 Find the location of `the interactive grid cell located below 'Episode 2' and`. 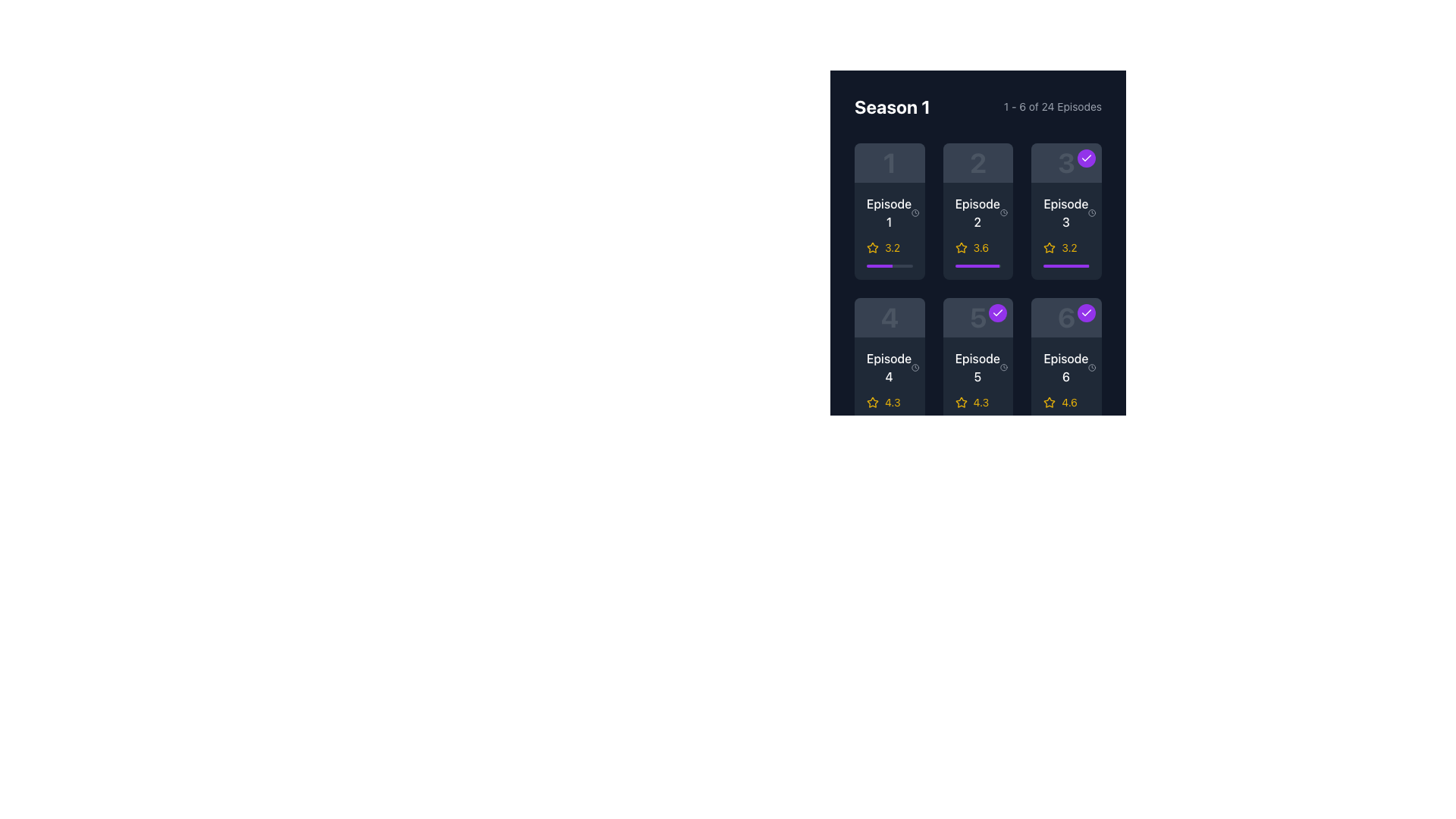

the interactive grid cell located below 'Episode 2' and is located at coordinates (978, 289).